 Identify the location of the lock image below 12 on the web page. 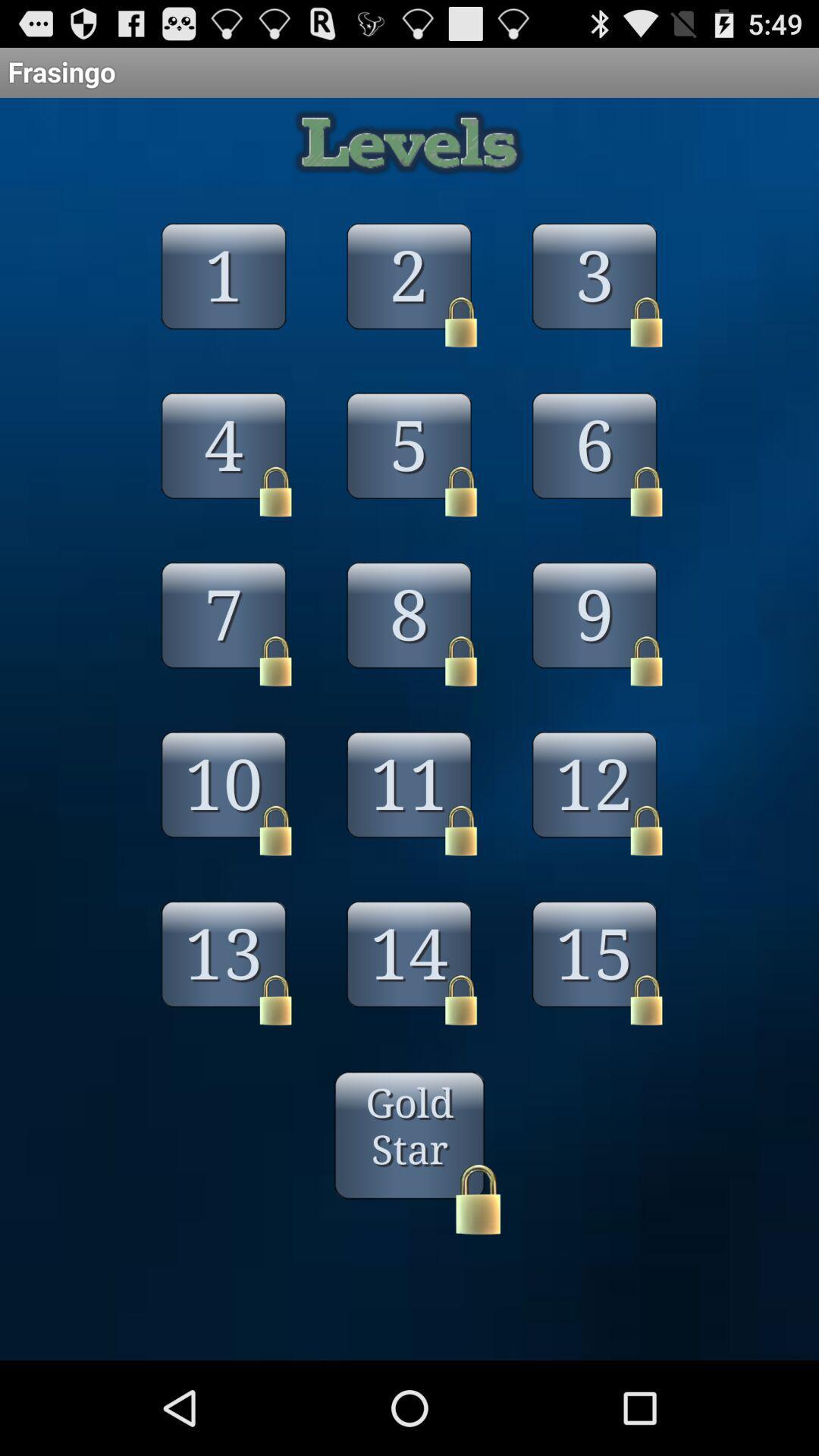
(646, 830).